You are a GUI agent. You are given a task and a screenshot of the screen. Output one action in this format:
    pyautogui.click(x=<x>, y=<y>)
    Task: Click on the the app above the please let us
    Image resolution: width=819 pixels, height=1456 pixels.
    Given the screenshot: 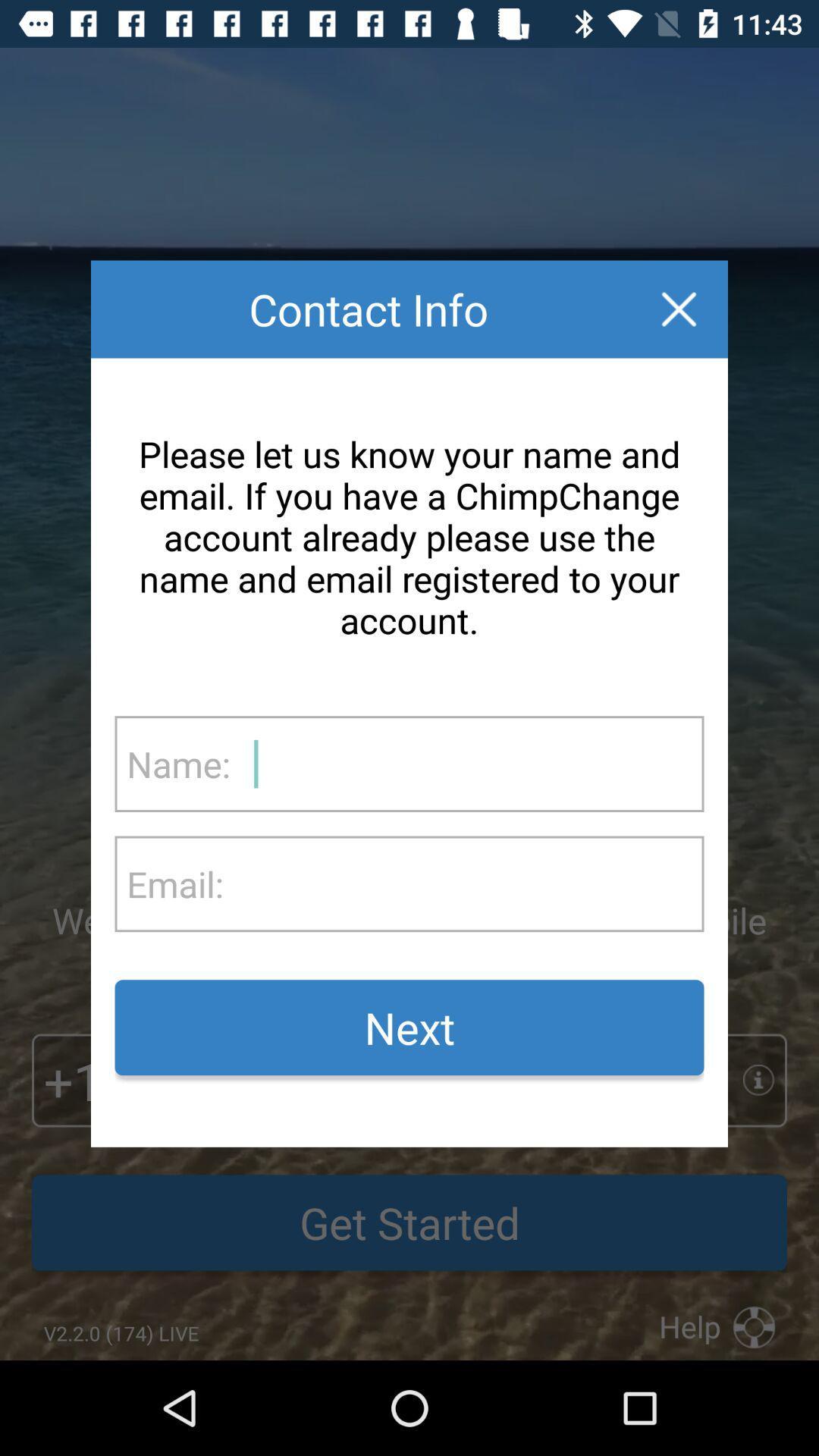 What is the action you would take?
    pyautogui.click(x=678, y=309)
    